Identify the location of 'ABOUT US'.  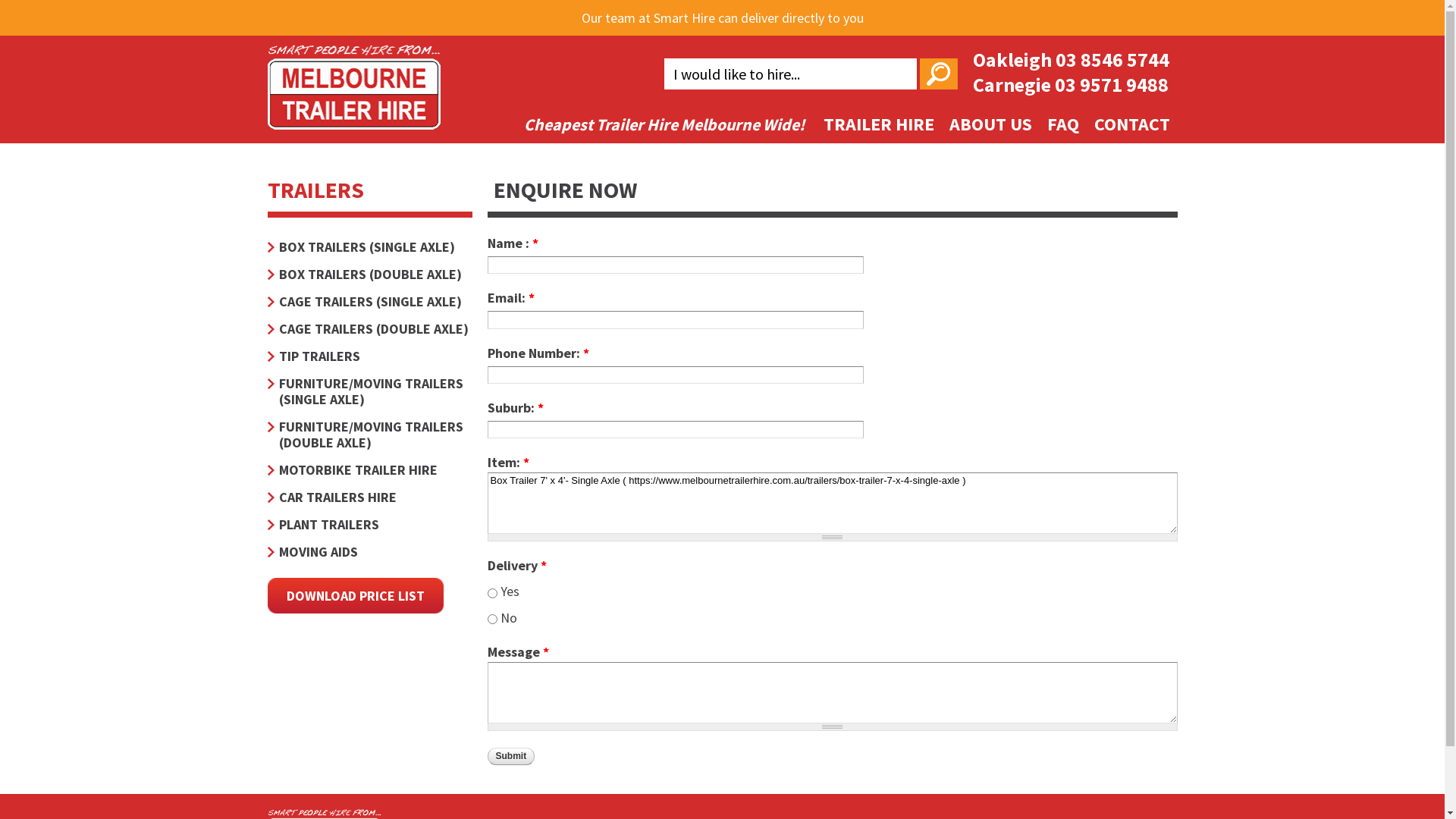
(990, 123).